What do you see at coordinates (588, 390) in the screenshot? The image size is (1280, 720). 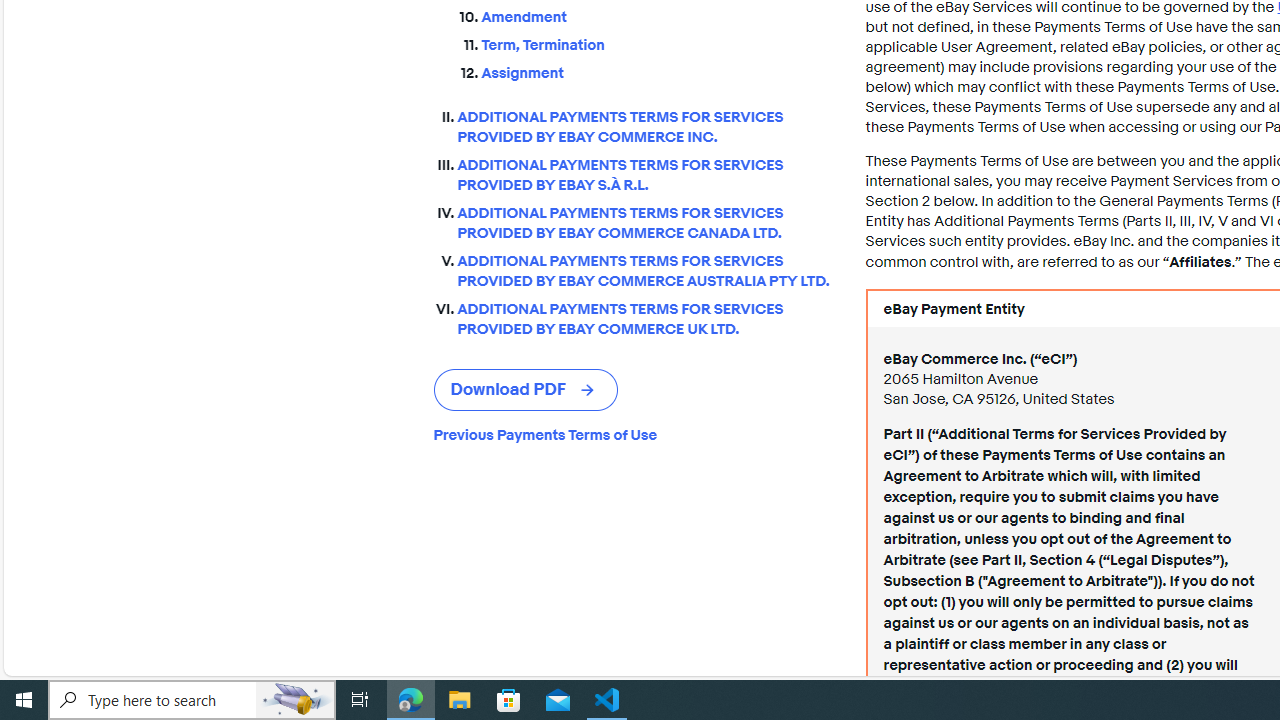 I see `'Class: ski-btn__arrow'` at bounding box center [588, 390].